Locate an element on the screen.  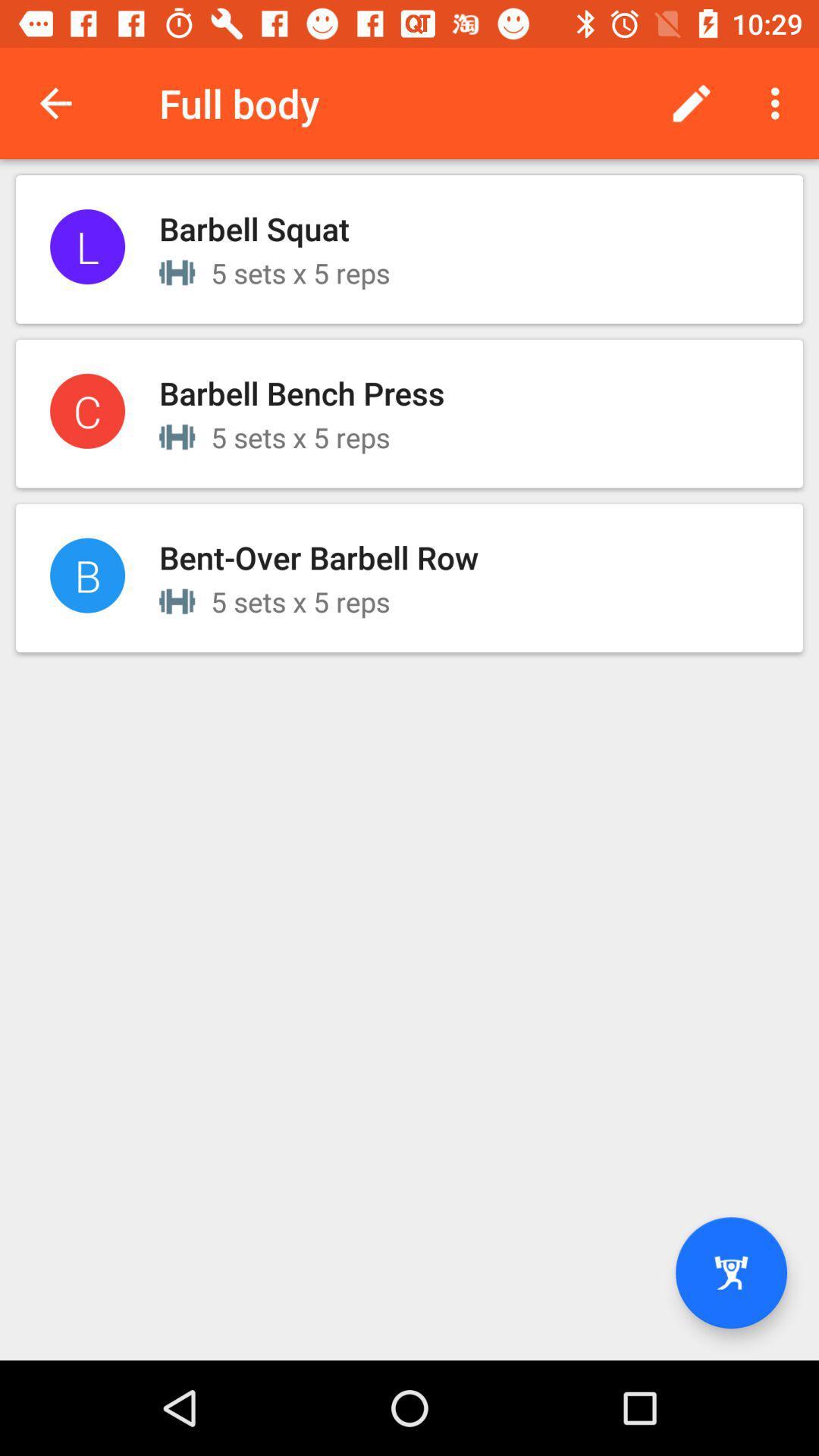
icon at the bottom right corner is located at coordinates (730, 1272).